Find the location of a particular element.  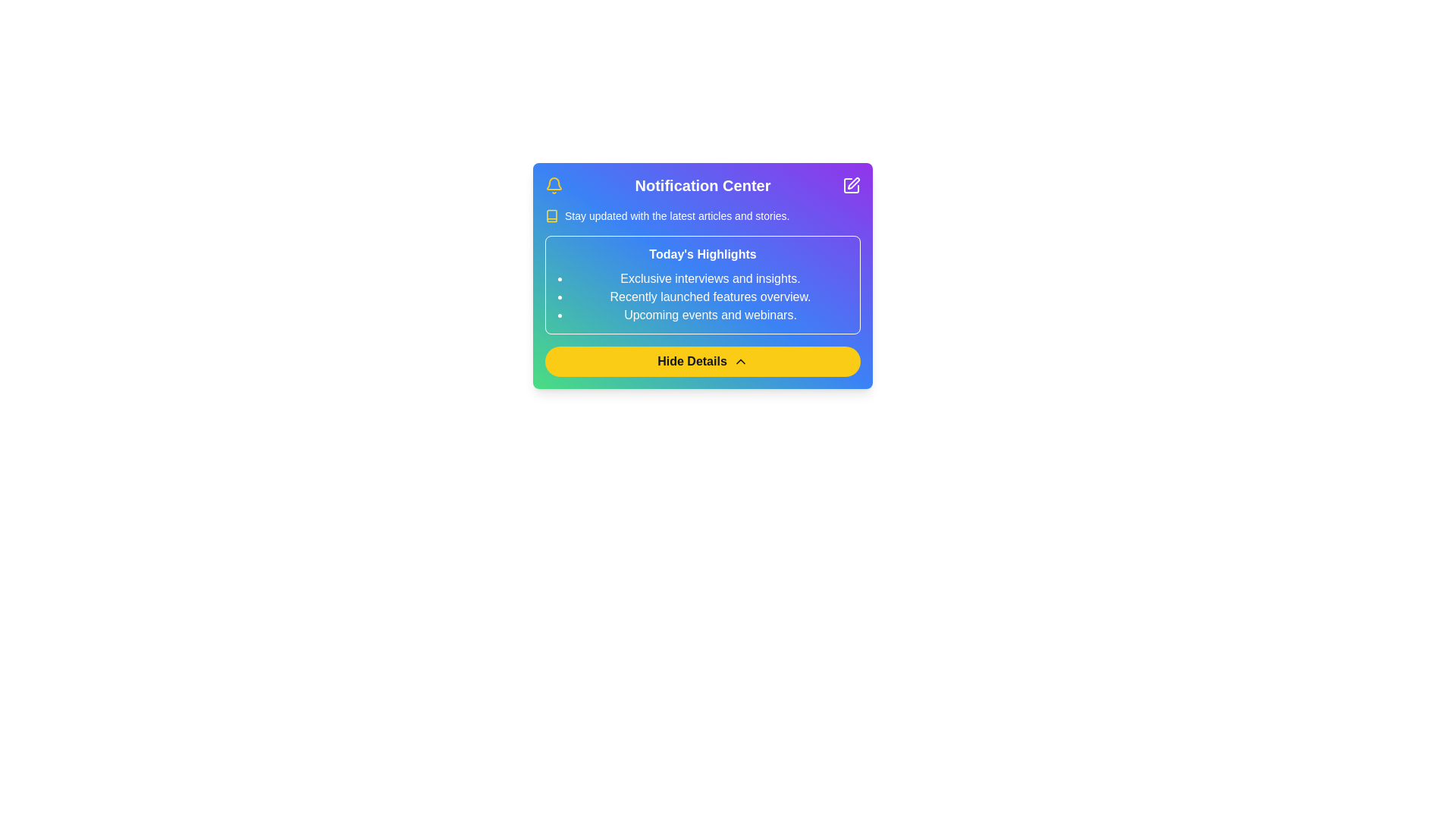

text label that displays 'Stay updated with the latest articles and stories.' located in the highlighted notification area is located at coordinates (676, 216).